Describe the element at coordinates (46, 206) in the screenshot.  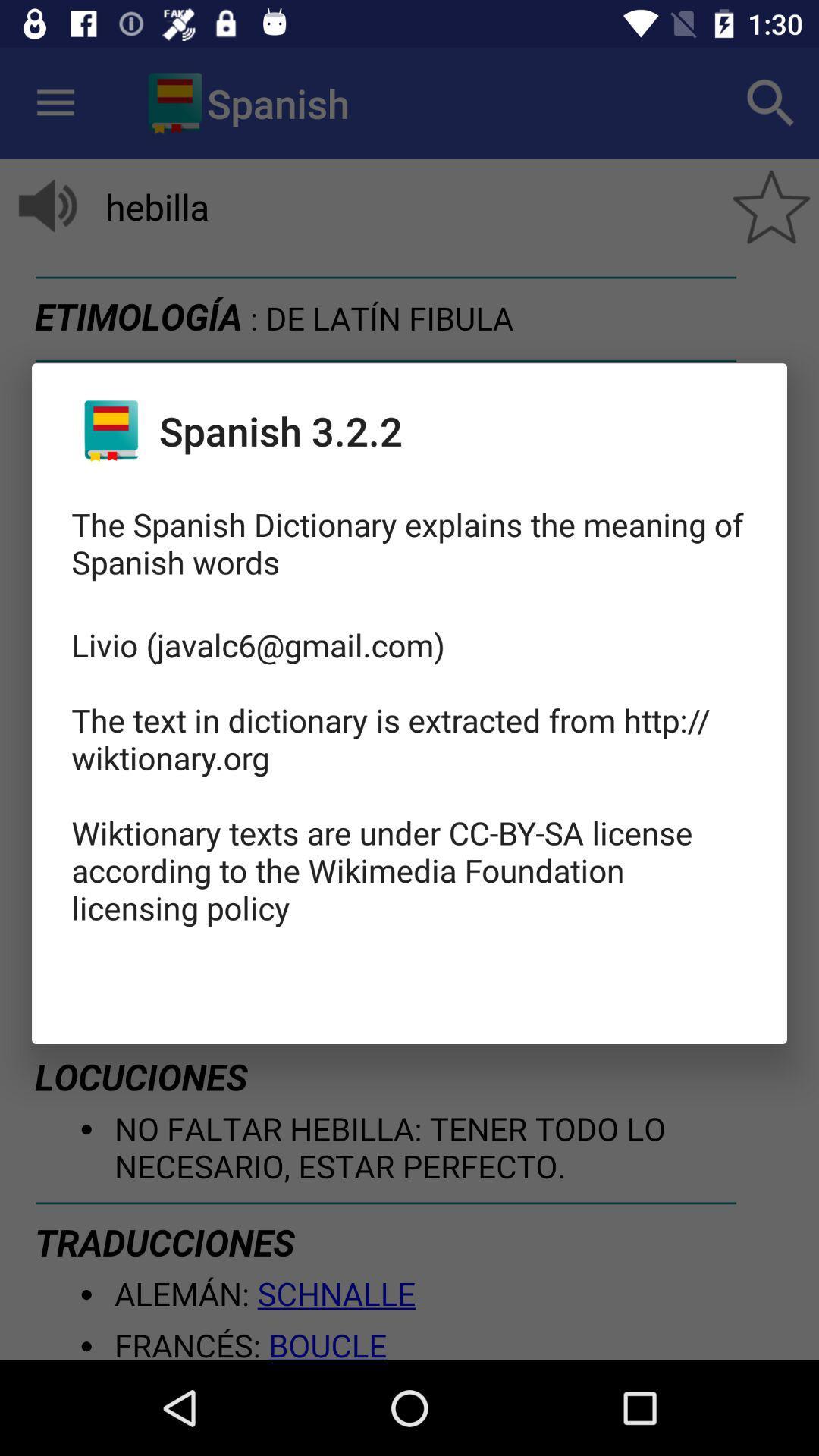
I see `the volume icon` at that location.